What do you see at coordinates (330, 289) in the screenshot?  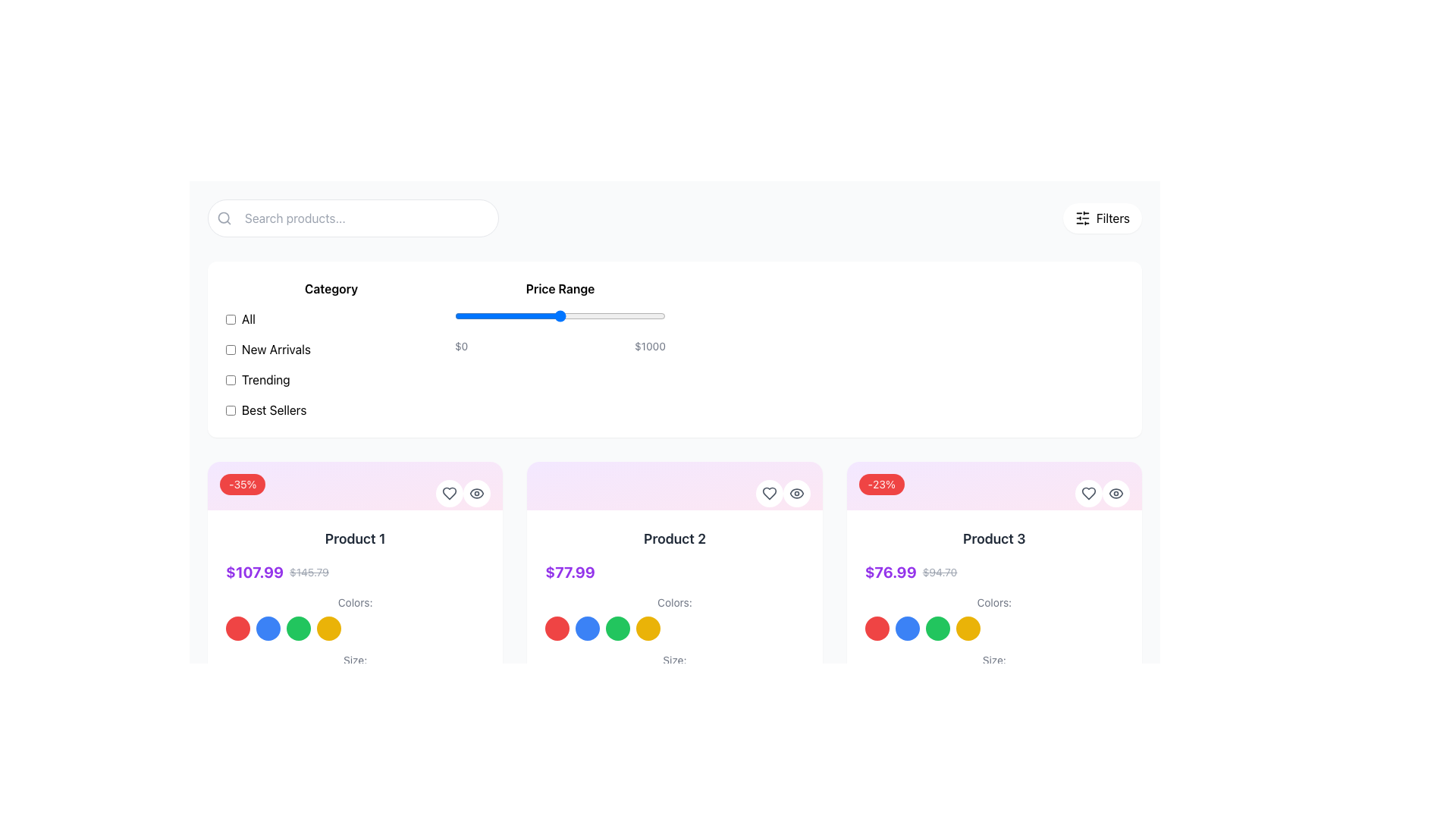 I see `the text label that serves as a heading for the category options, positioned at the top left of the group of related elements` at bounding box center [330, 289].